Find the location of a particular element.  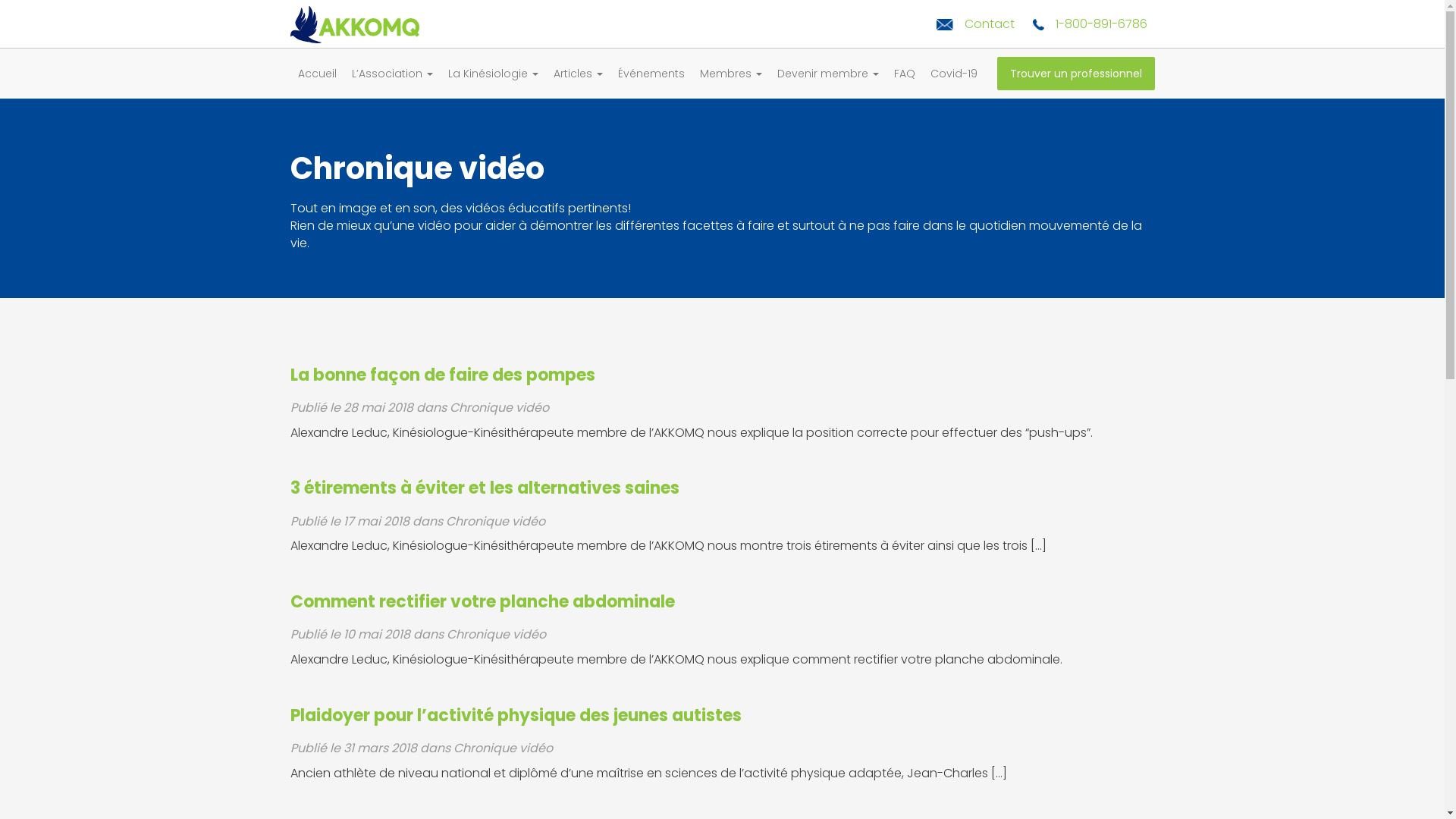

'Trouver un professionnel' is located at coordinates (1074, 73).